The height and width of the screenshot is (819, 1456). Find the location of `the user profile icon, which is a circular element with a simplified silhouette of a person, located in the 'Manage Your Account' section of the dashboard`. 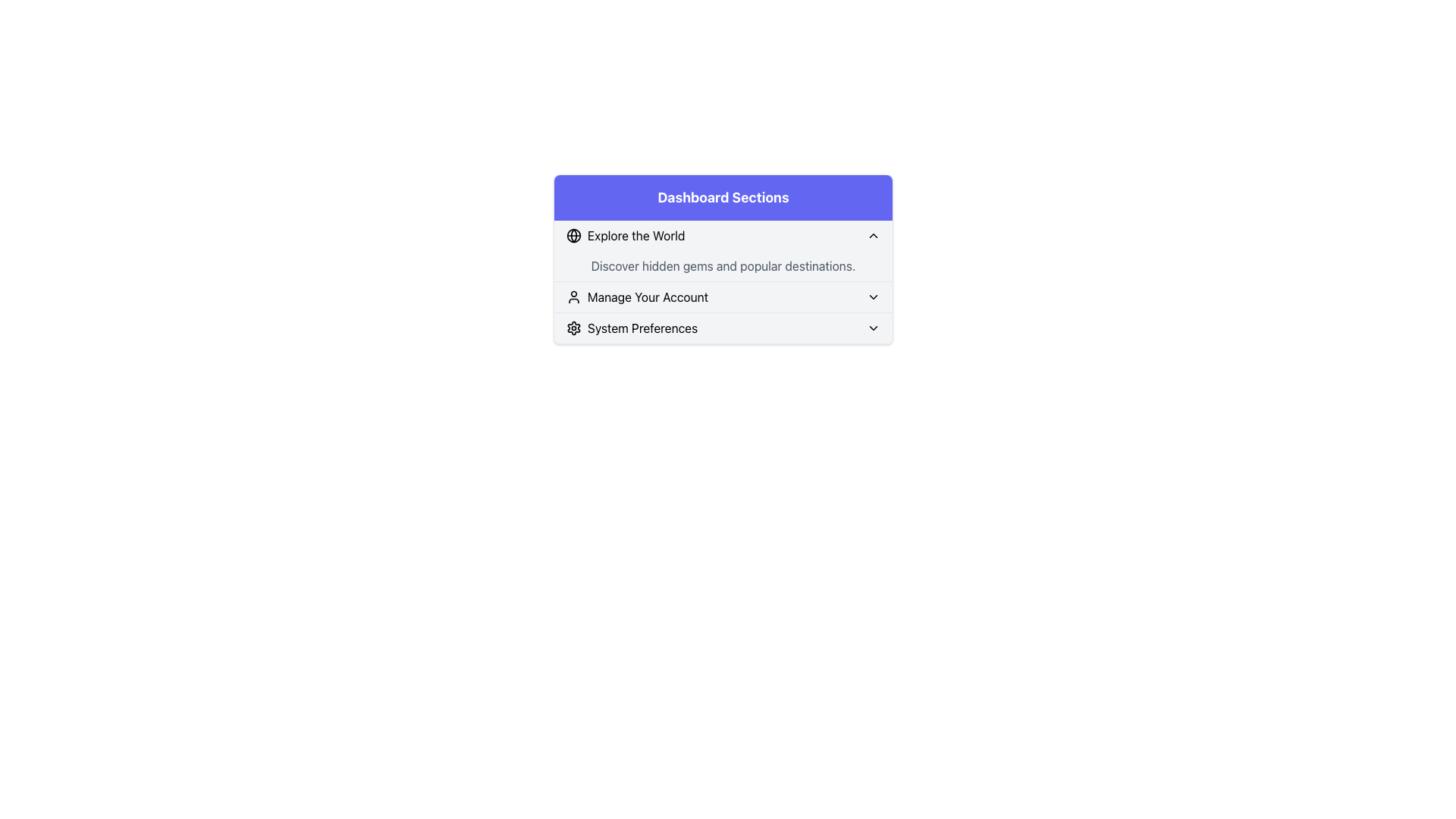

the user profile icon, which is a circular element with a simplified silhouette of a person, located in the 'Manage Your Account' section of the dashboard is located at coordinates (573, 297).